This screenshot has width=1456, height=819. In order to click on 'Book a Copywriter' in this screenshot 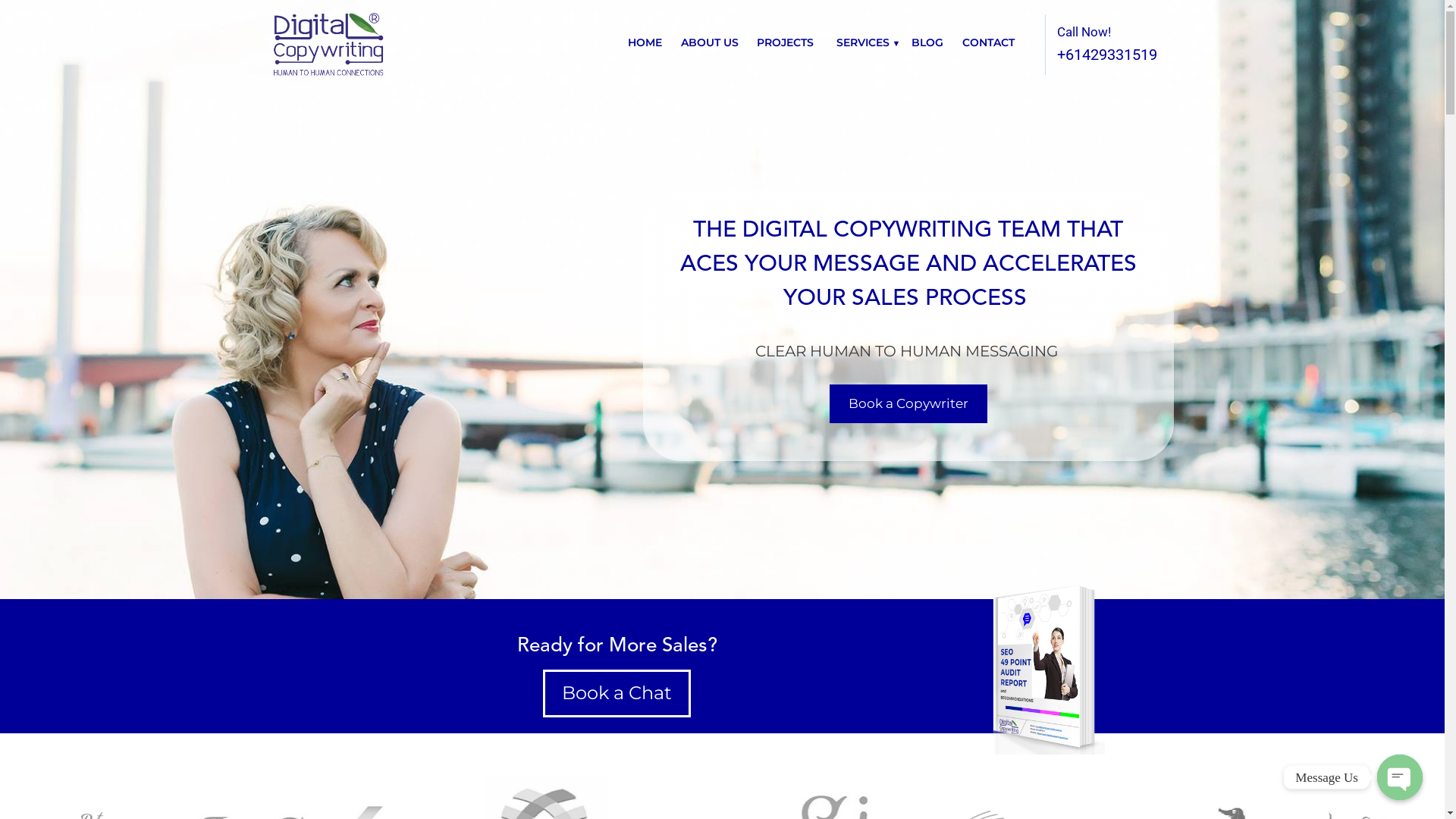, I will do `click(829, 403)`.